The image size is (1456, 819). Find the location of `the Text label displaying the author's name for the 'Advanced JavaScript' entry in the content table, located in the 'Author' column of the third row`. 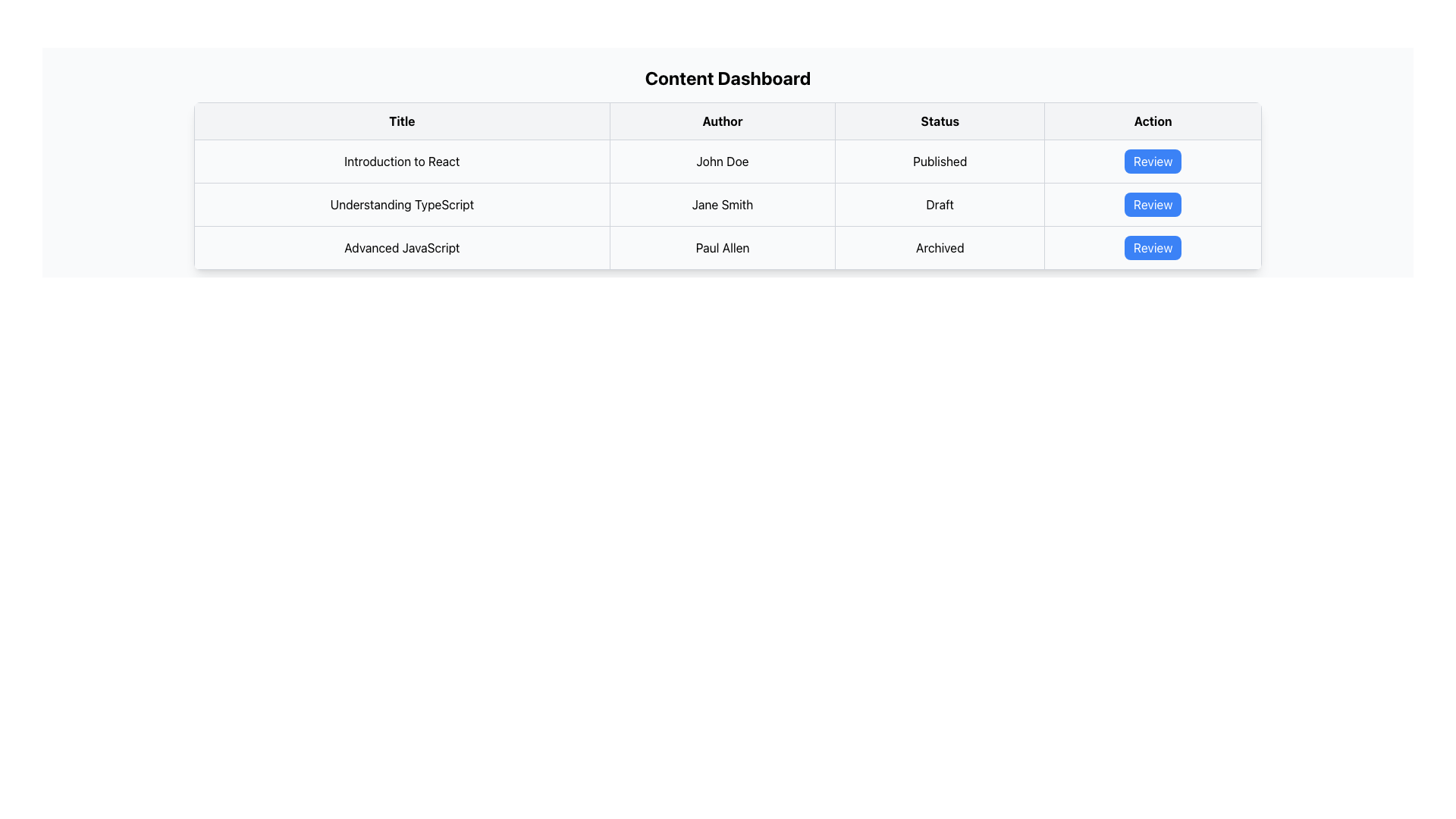

the Text label displaying the author's name for the 'Advanced JavaScript' entry in the content table, located in the 'Author' column of the third row is located at coordinates (721, 247).